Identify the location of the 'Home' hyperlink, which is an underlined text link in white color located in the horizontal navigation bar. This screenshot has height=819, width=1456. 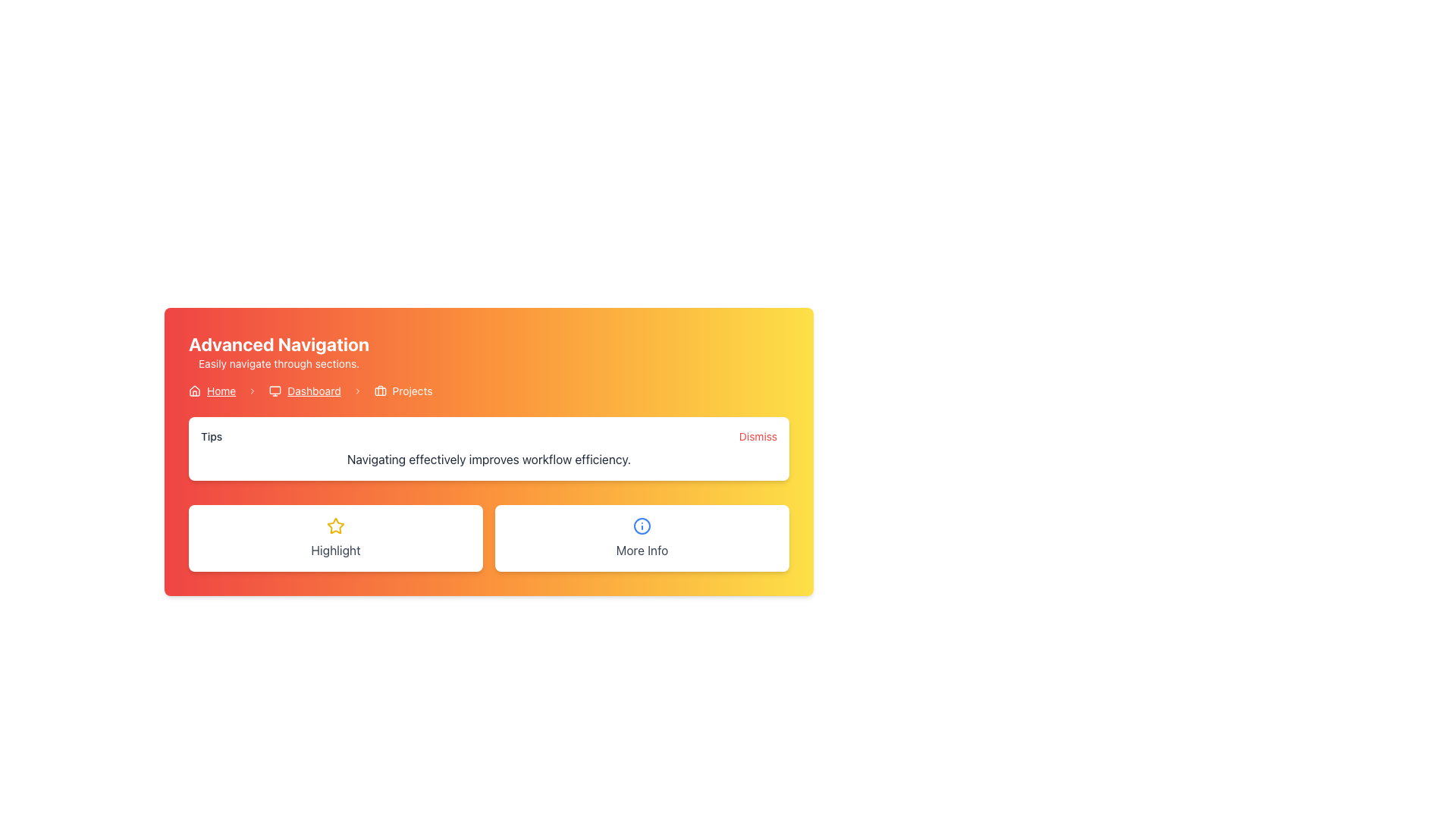
(221, 391).